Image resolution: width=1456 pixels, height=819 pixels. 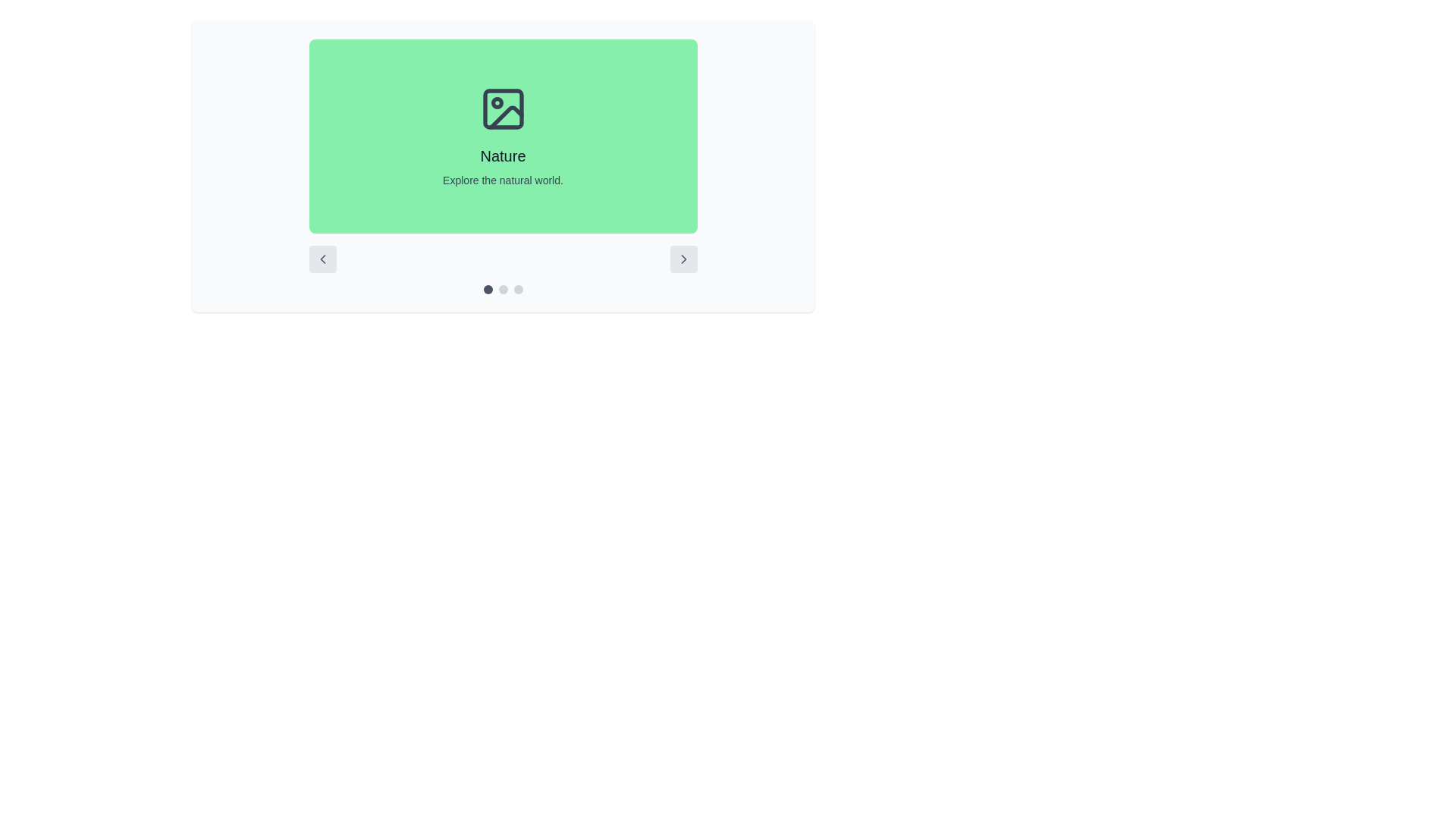 What do you see at coordinates (488, 289) in the screenshot?
I see `the first circular navigation indicator located at the bottom center of the interface` at bounding box center [488, 289].